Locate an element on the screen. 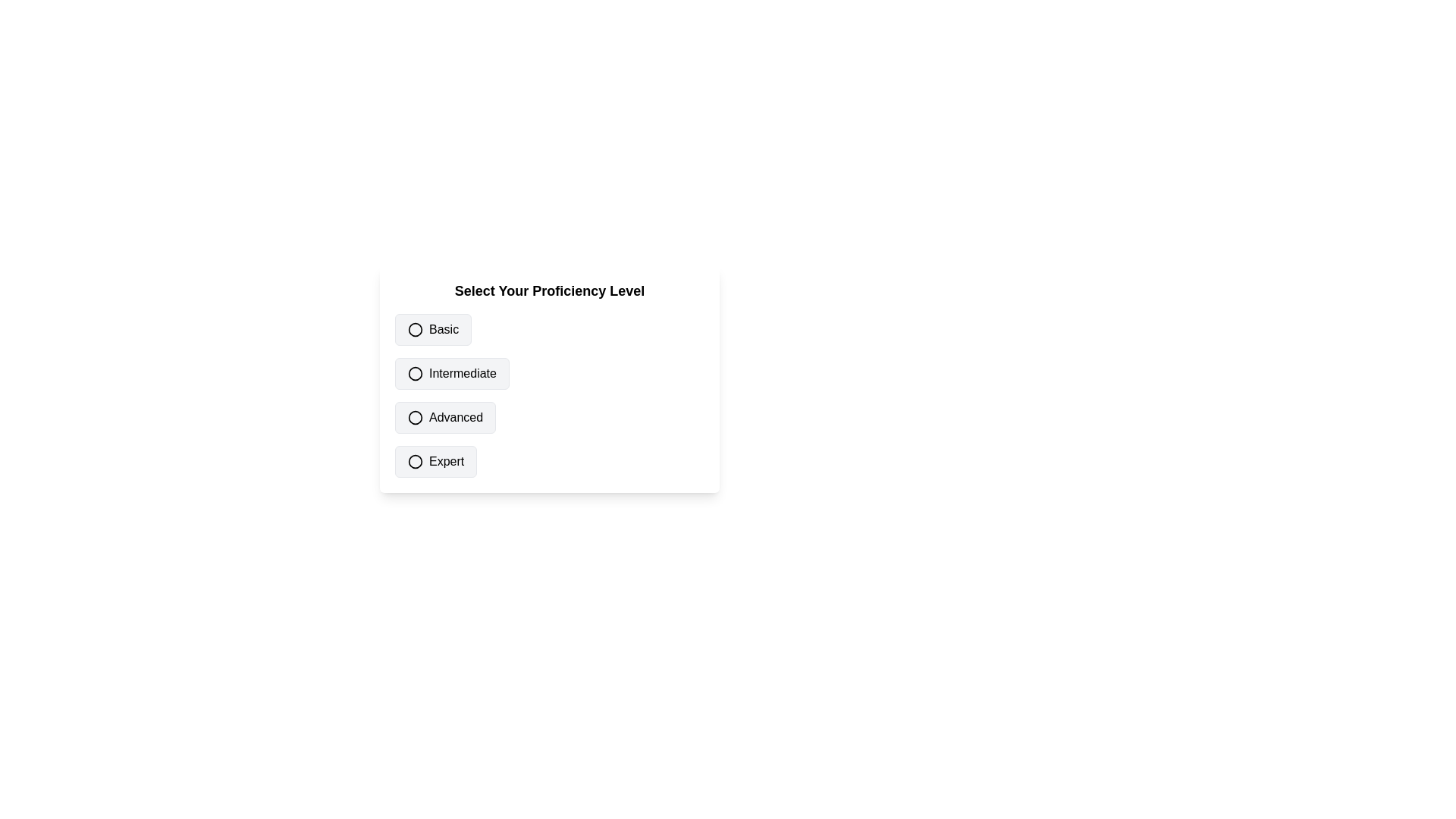 The width and height of the screenshot is (1456, 819). the Circular Icon for the 'Advanced' proficiency level to select it is located at coordinates (415, 418).